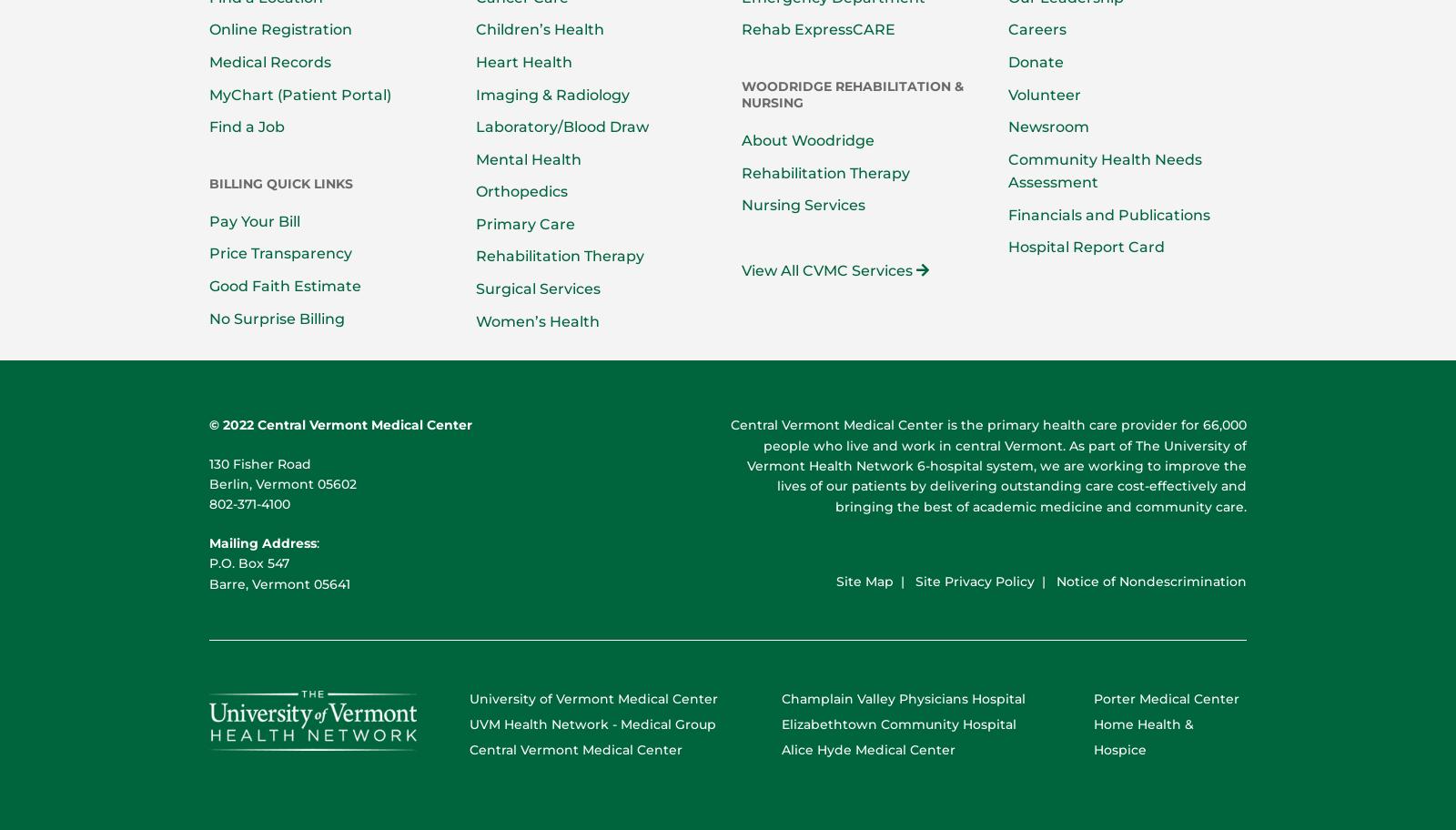 The width and height of the screenshot is (1456, 830). I want to click on 'Rehab ExpressCARE', so click(741, 29).